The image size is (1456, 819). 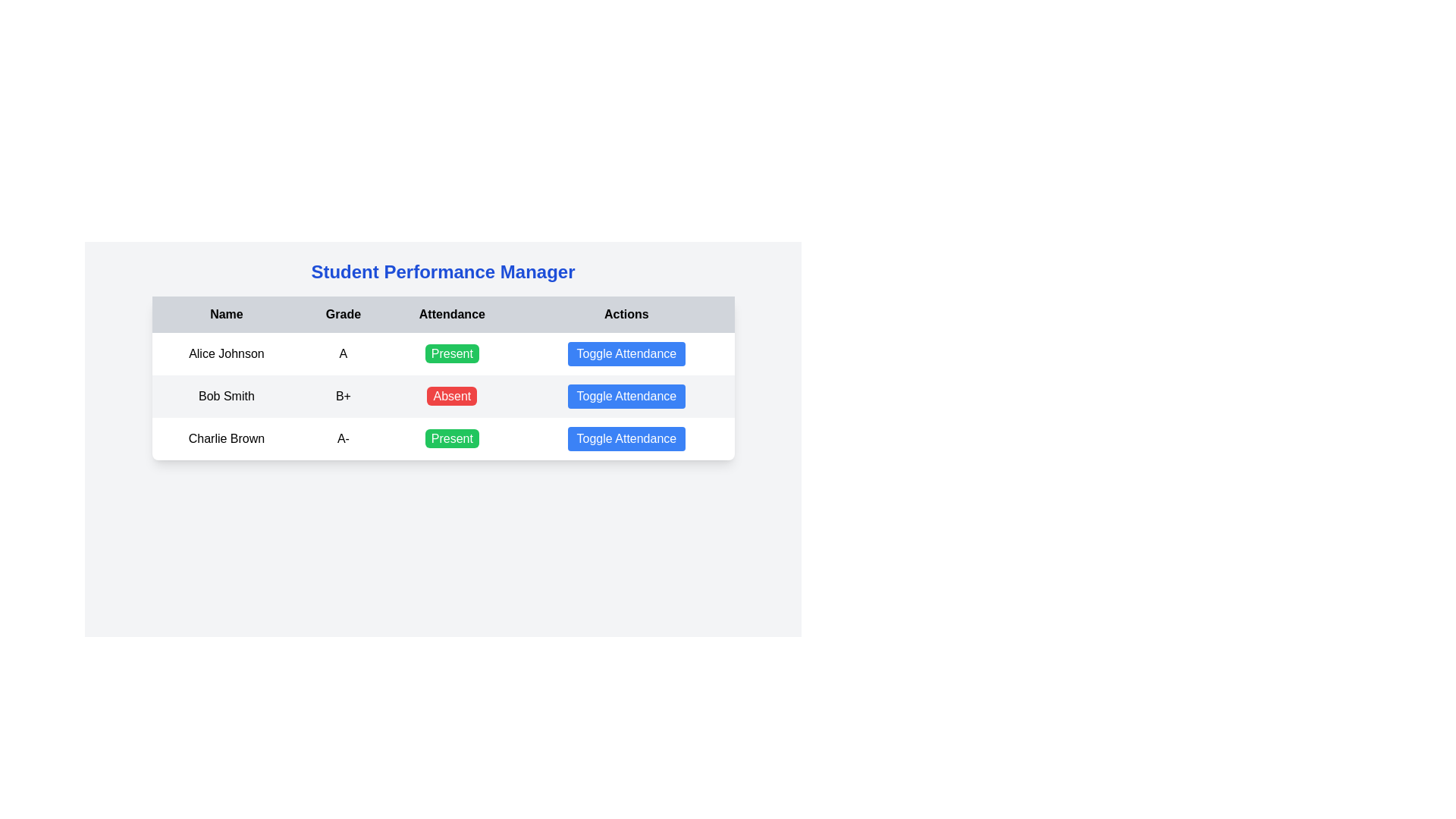 What do you see at coordinates (442, 353) in the screenshot?
I see `the attendance status button indicating 'Present' for Alice Johnson` at bounding box center [442, 353].